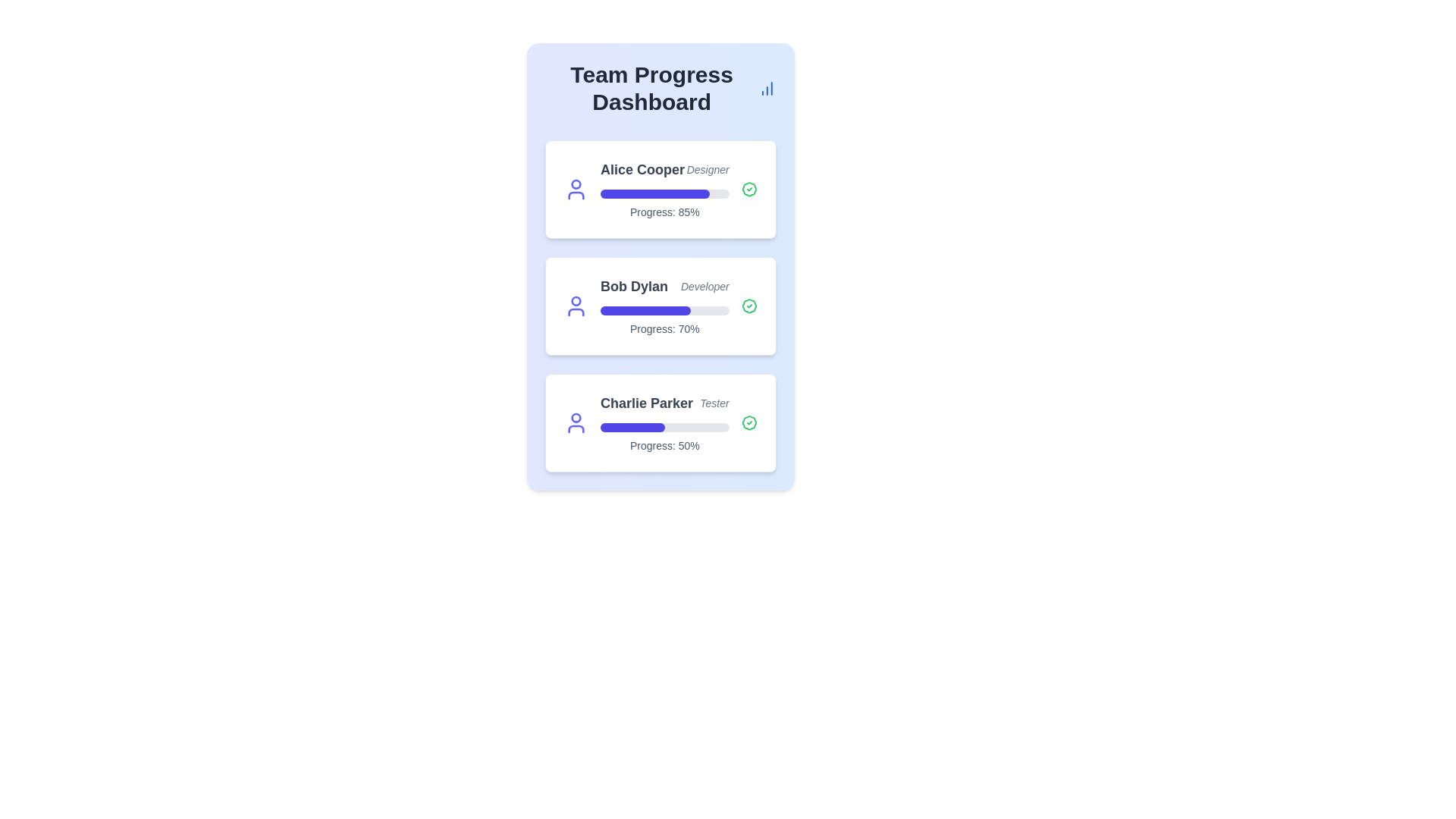 This screenshot has height=819, width=1456. What do you see at coordinates (664, 193) in the screenshot?
I see `the progress bar representing Alice Cooper's task completion in the Team Progress Dashboard, which shows 85% filled` at bounding box center [664, 193].